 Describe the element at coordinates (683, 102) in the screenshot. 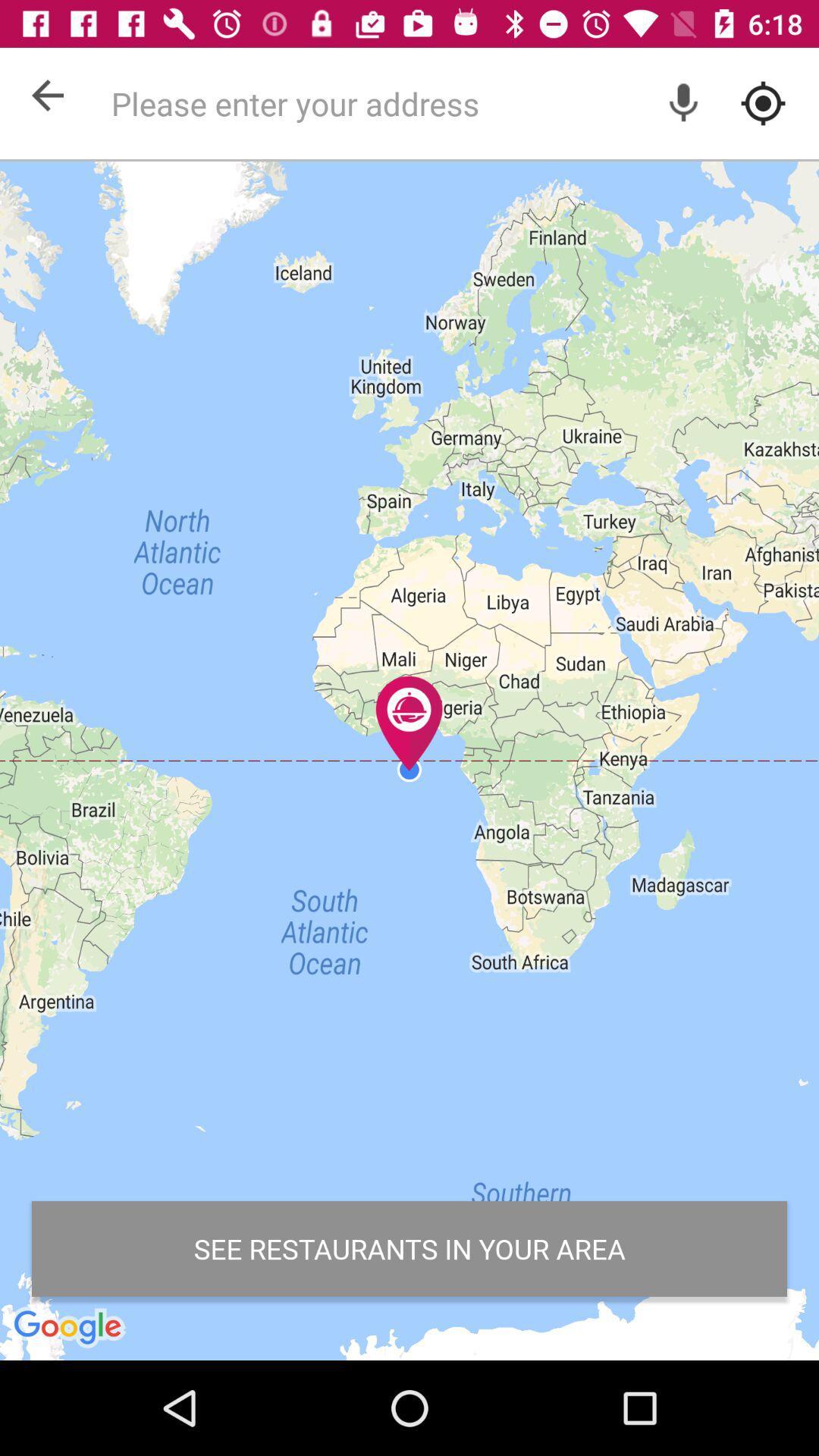

I see `the microphone icon` at that location.